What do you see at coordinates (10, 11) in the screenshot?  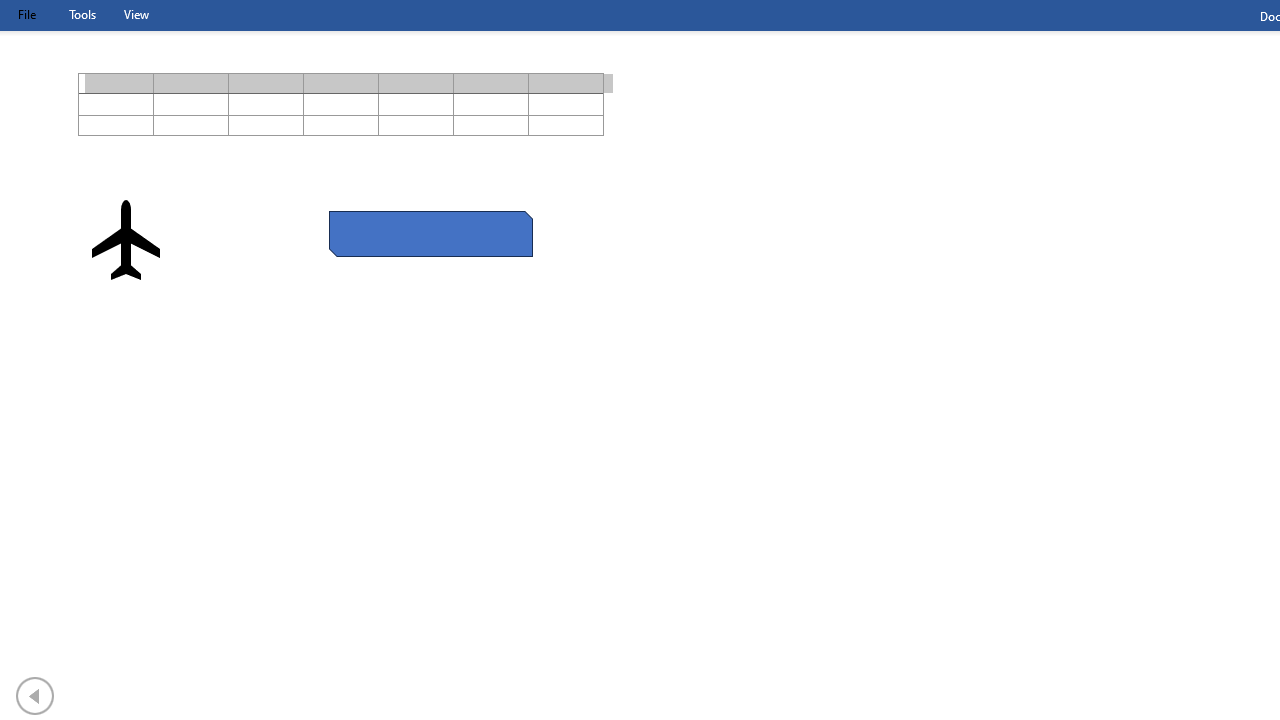 I see `'System'` at bounding box center [10, 11].